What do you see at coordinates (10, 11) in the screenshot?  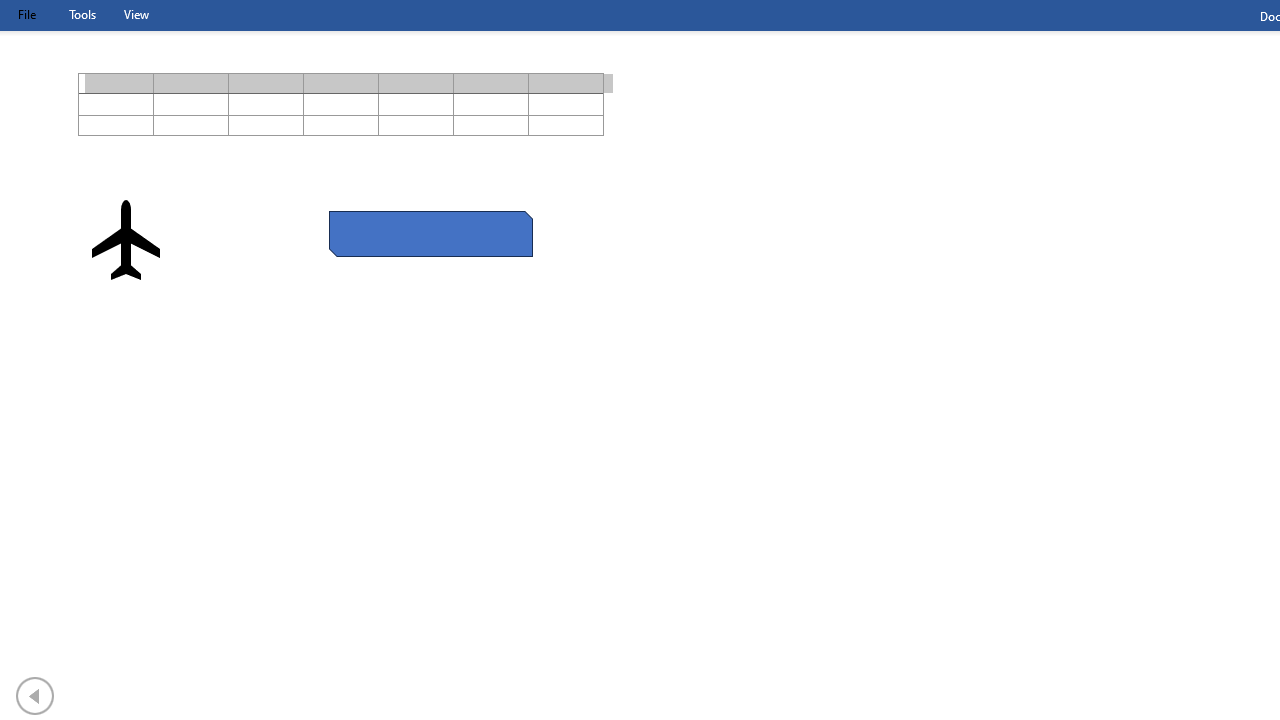 I see `'System'` at bounding box center [10, 11].